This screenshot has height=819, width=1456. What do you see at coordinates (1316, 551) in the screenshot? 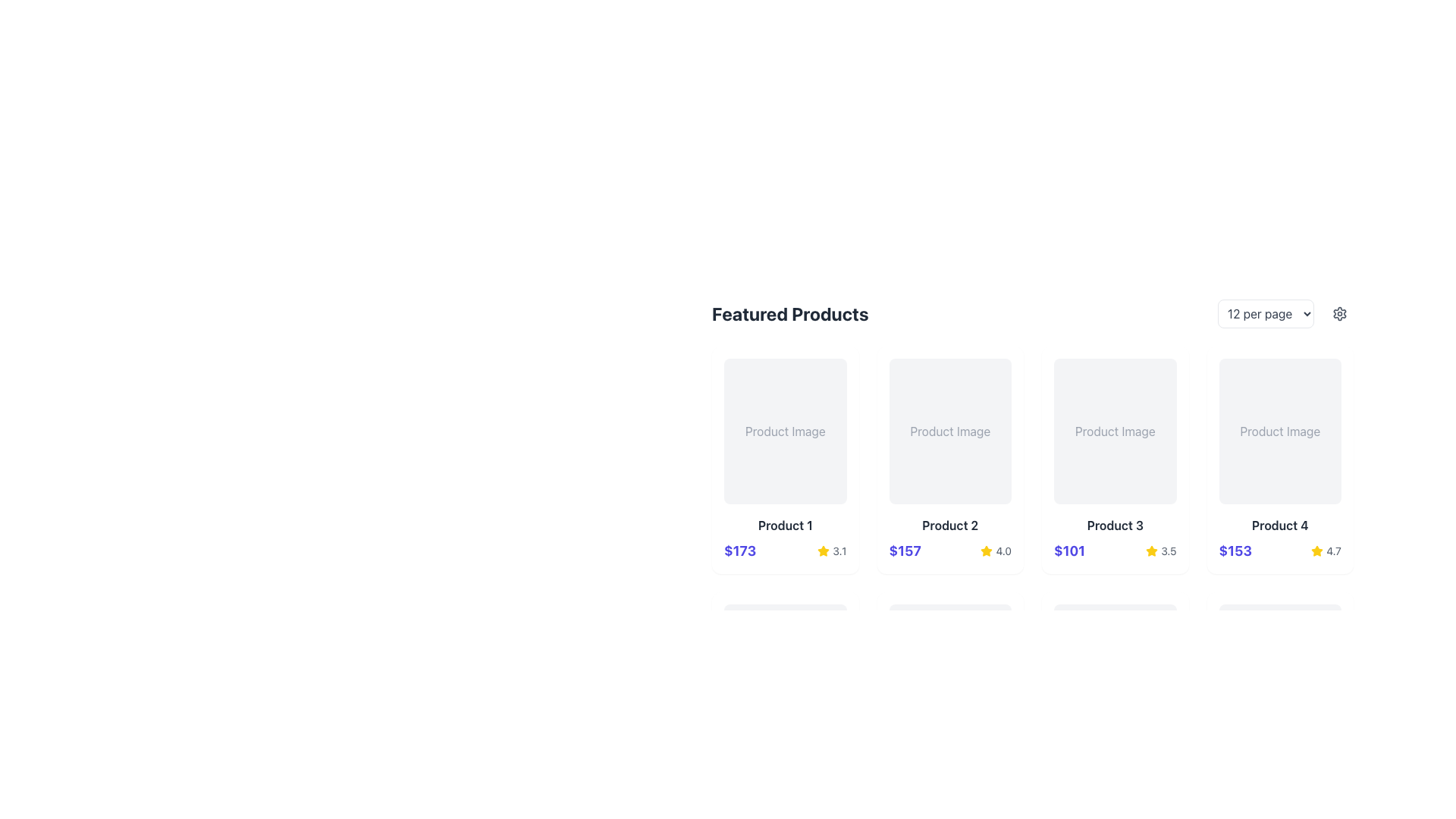
I see `the star icon representing the rating for 'Product 4', located below the heading and to the left of the numerical rating` at bounding box center [1316, 551].